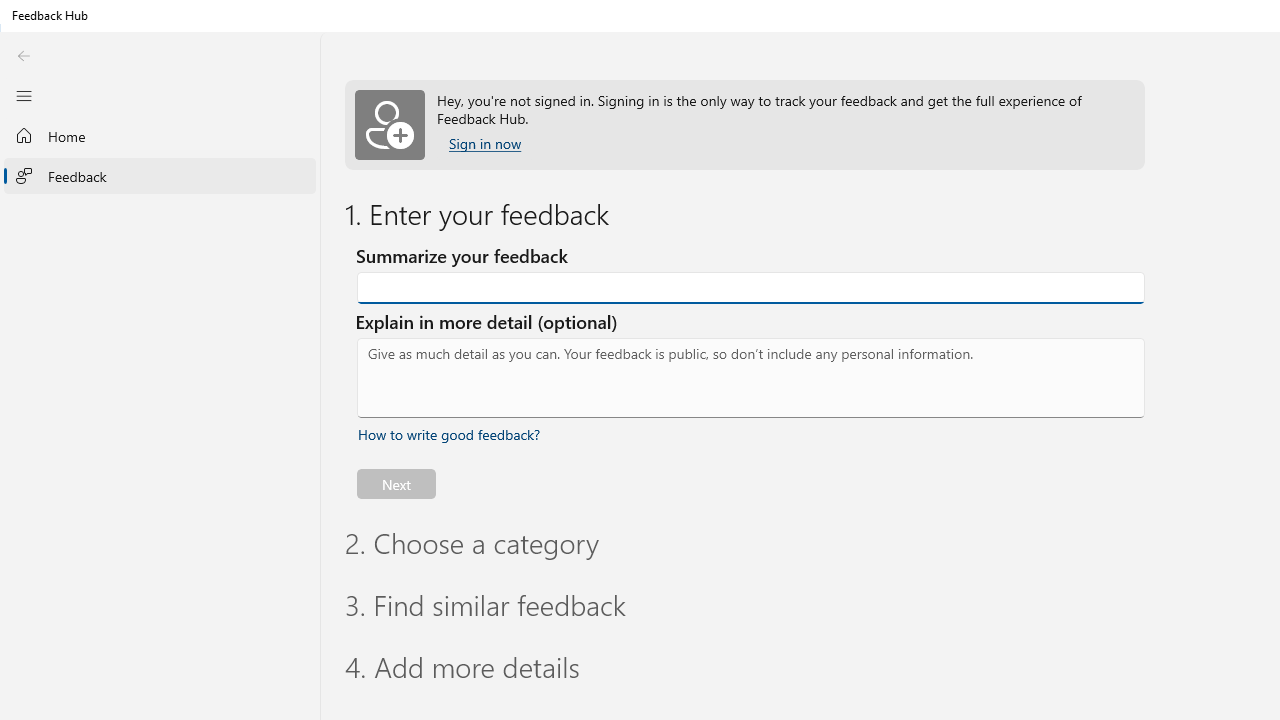  I want to click on 'Back', so click(23, 55).